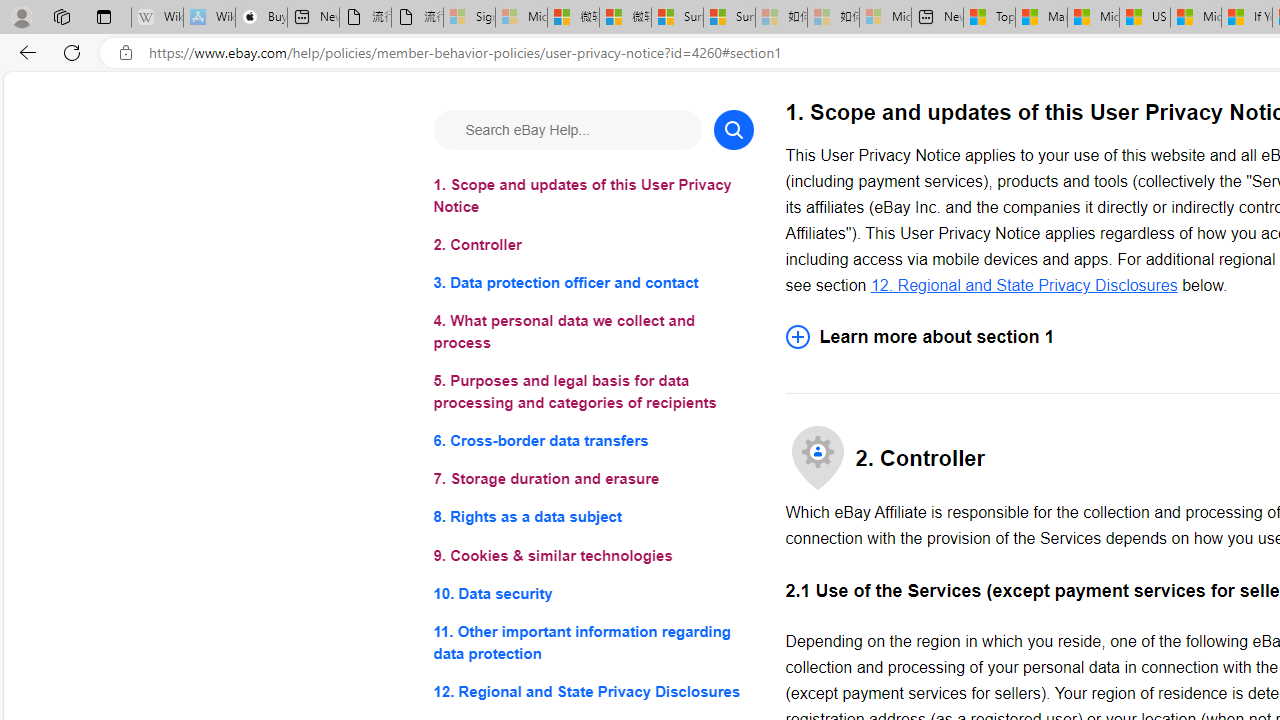  Describe the element at coordinates (592, 592) in the screenshot. I see `'10. Data security'` at that location.